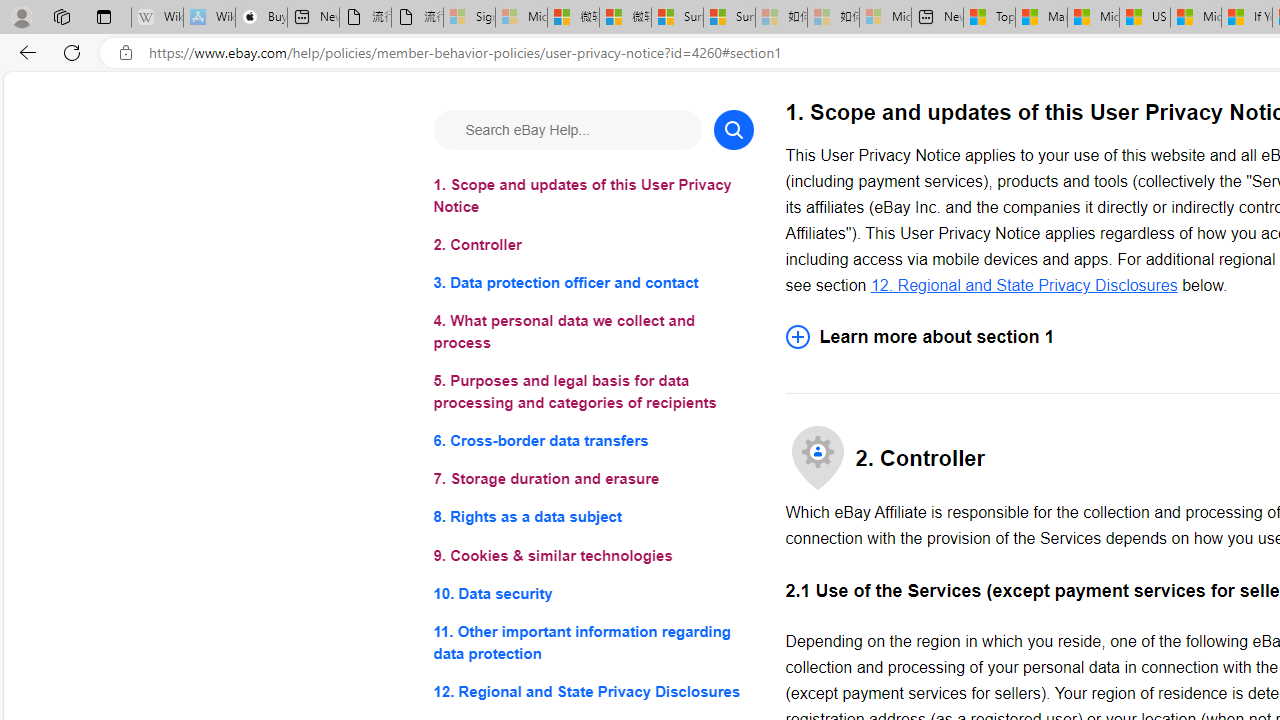  Describe the element at coordinates (592, 592) in the screenshot. I see `'10. Data security'` at that location.